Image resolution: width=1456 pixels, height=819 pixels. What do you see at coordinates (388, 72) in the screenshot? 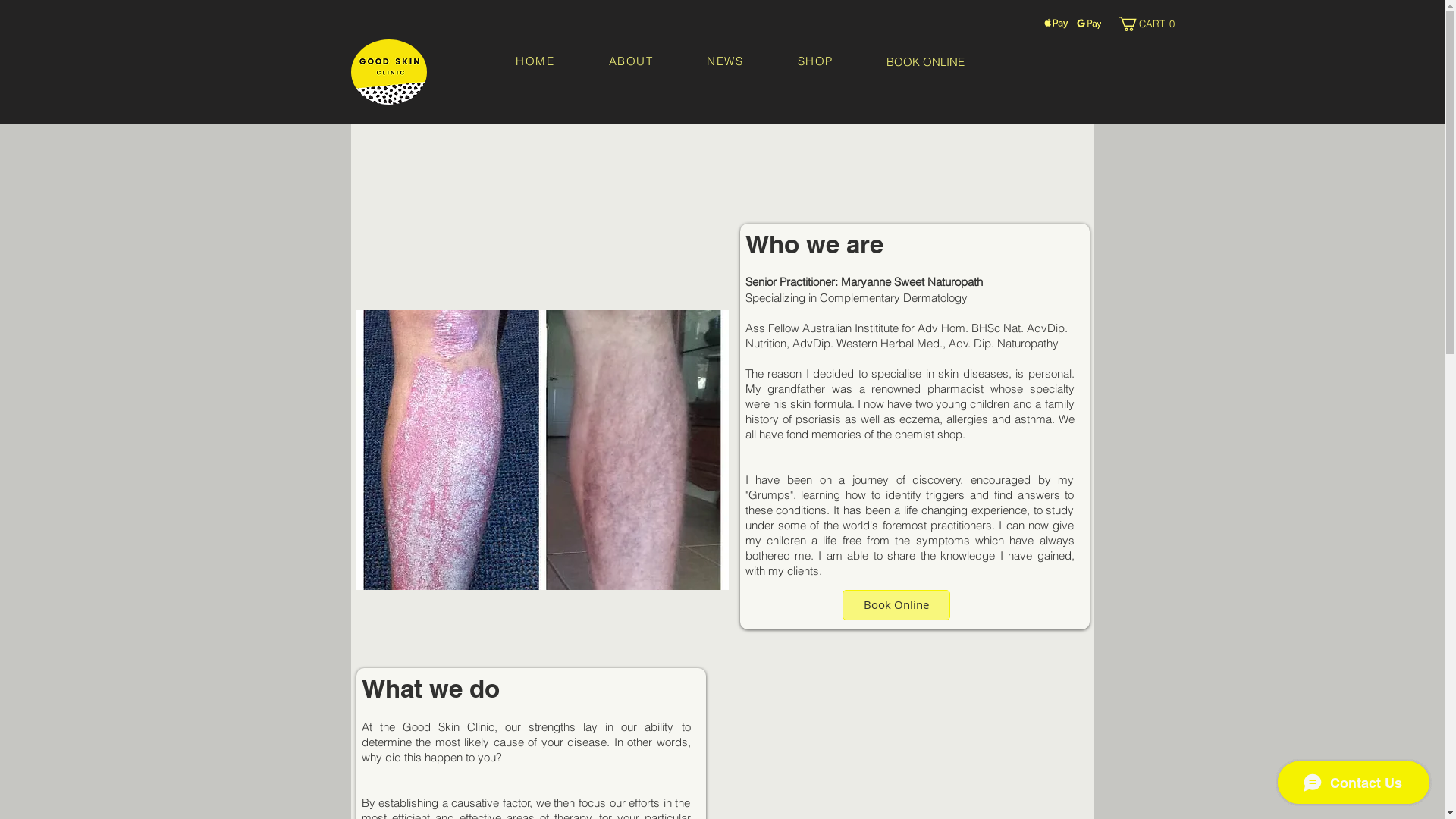
I see `'logo image.PNG'` at bounding box center [388, 72].